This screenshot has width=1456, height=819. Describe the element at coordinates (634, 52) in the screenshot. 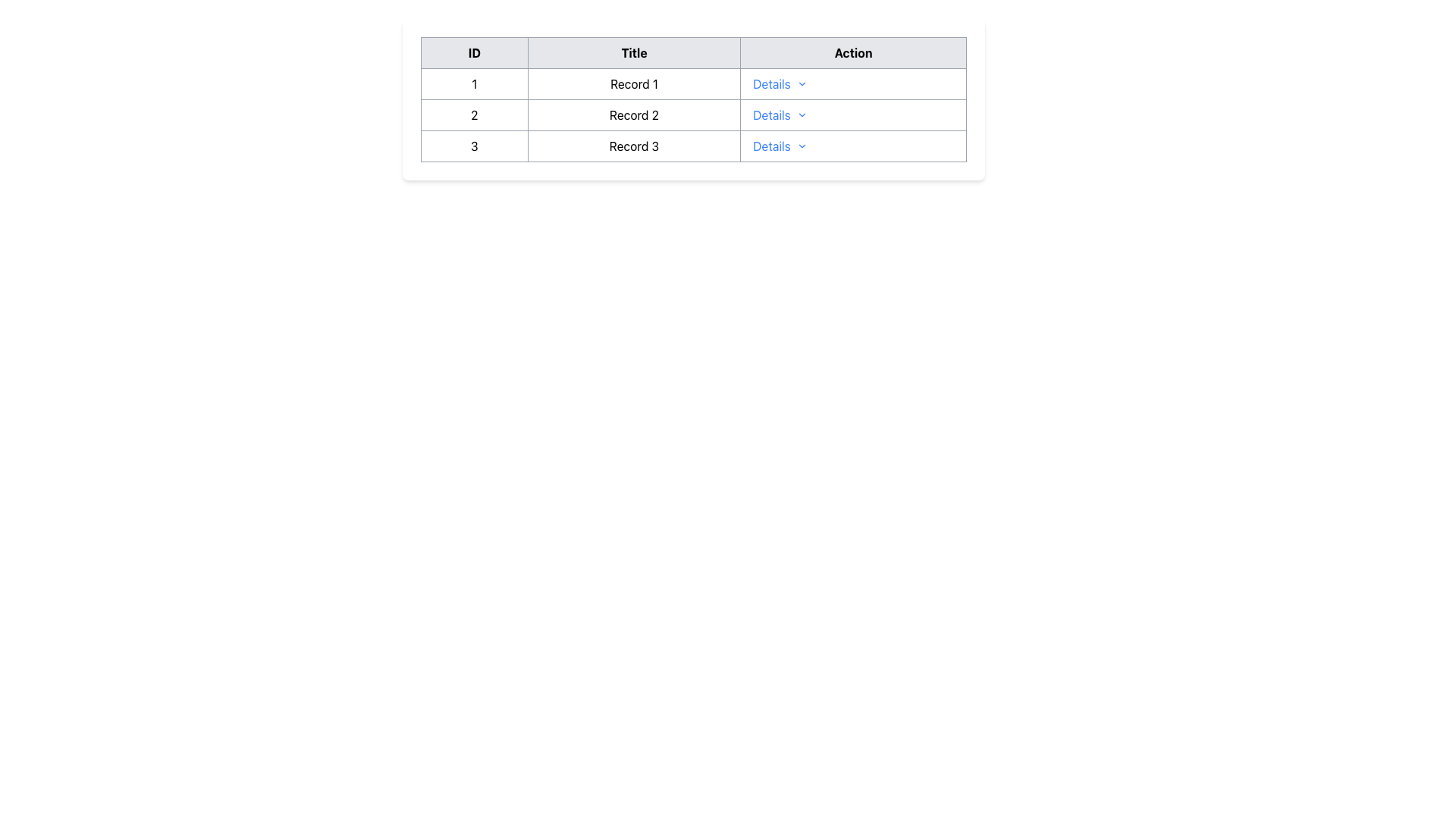

I see `title text from the header cell labeled 'Title', which is the second column header in a three-column table, positioned between 'ID' and 'Action'` at that location.